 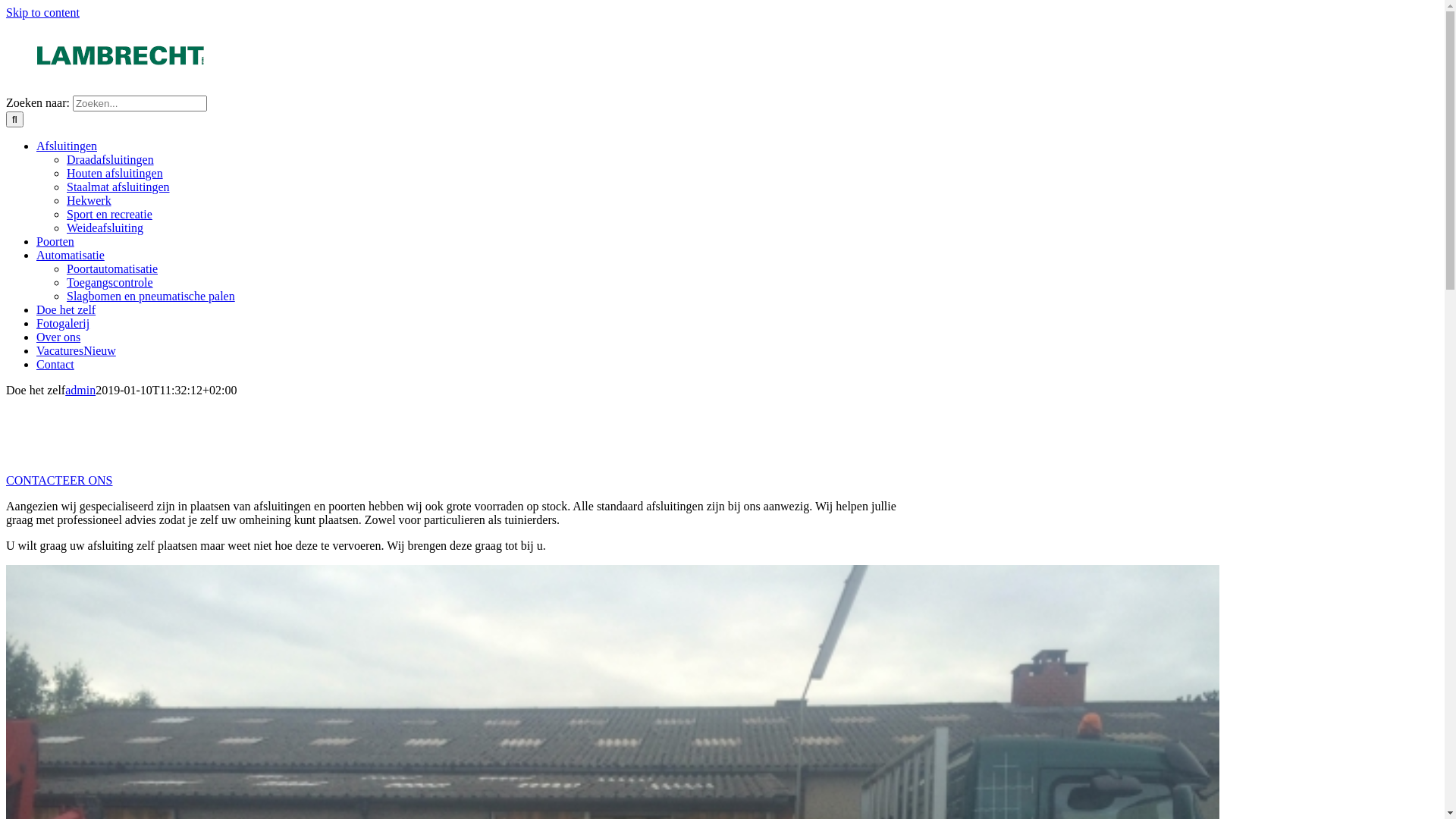 What do you see at coordinates (69, 254) in the screenshot?
I see `'Automatisatie'` at bounding box center [69, 254].